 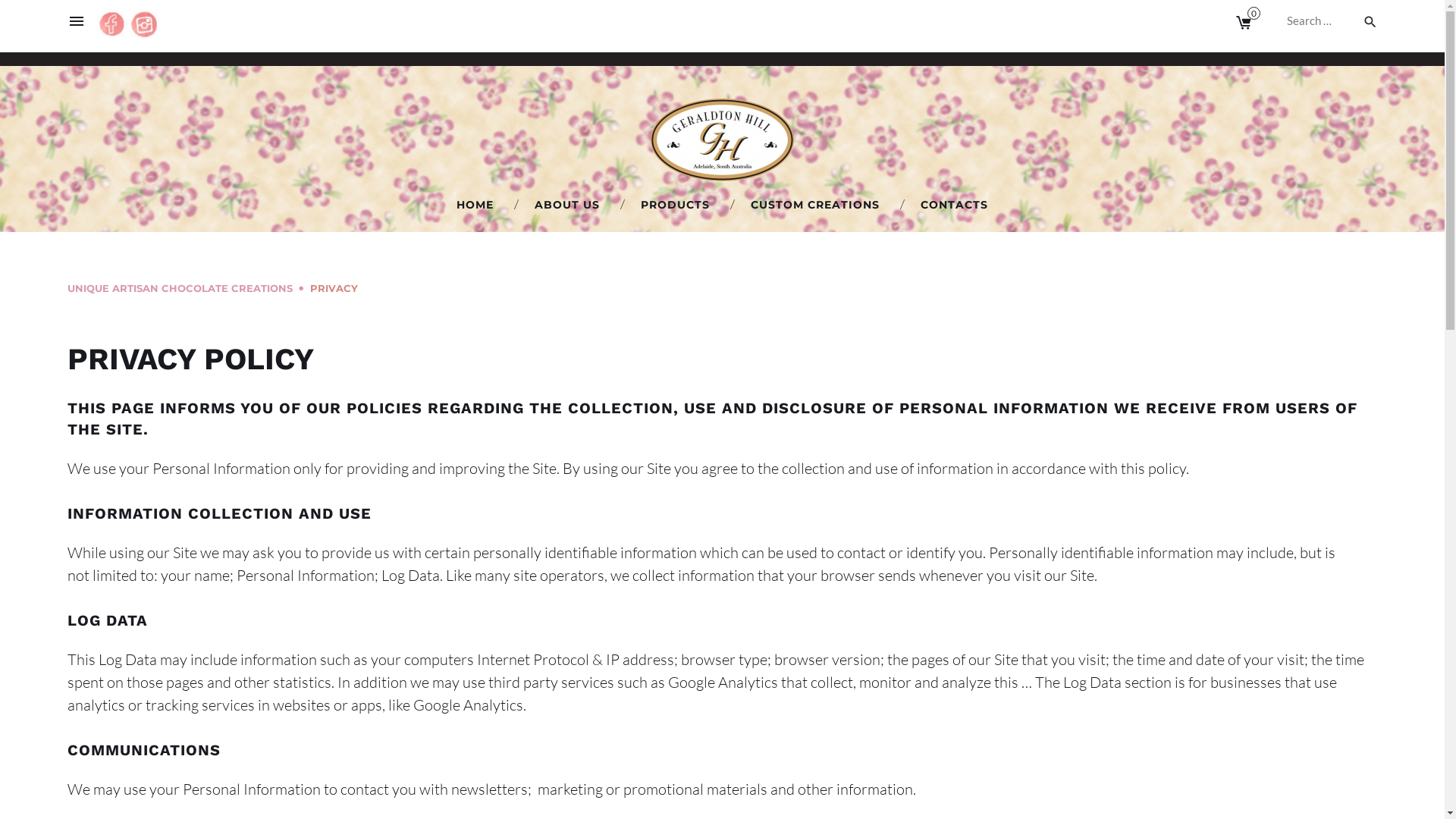 I want to click on 'PRODUCTS', so click(x=674, y=205).